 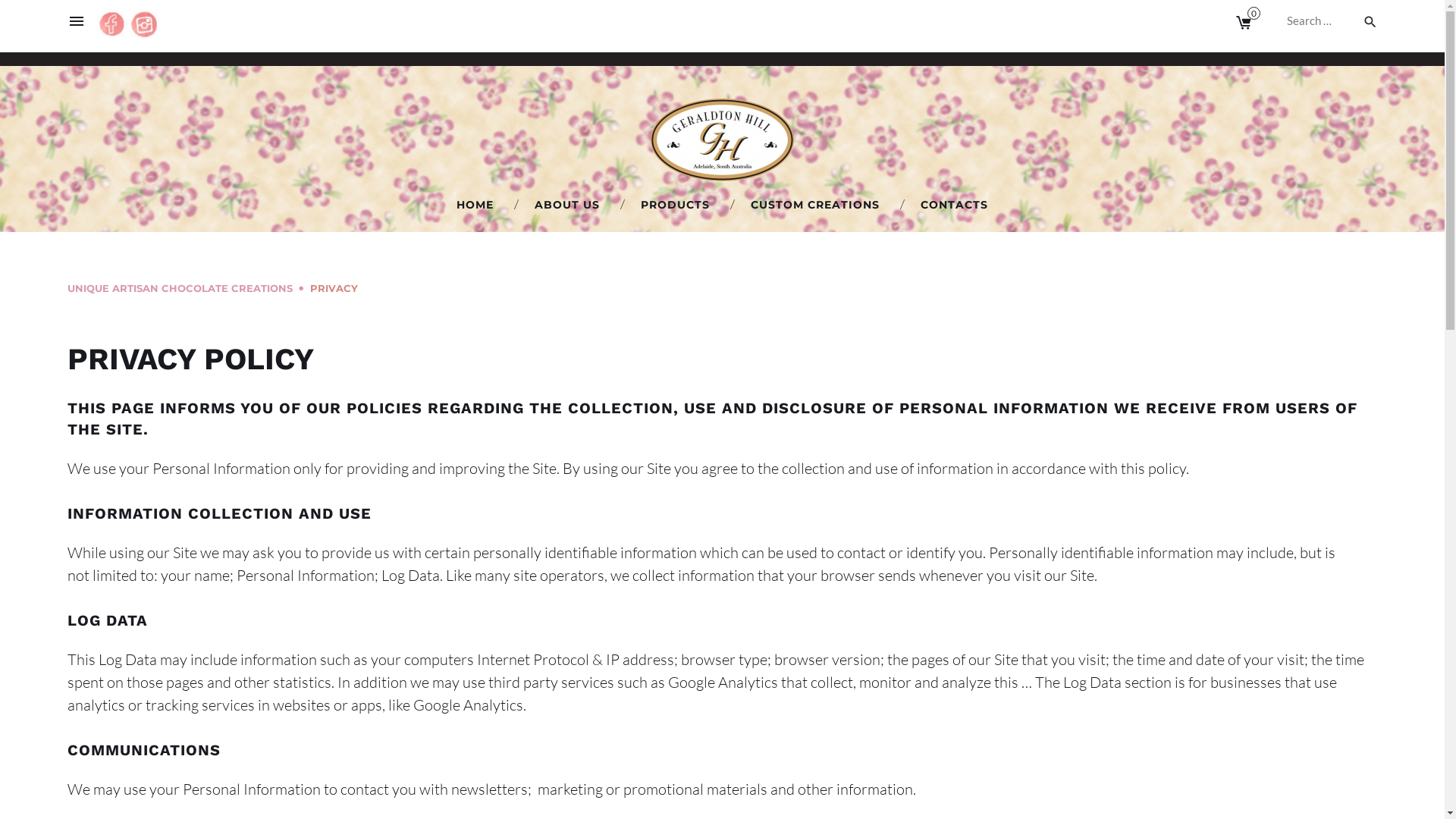 I want to click on 'PRODUCTS', so click(x=674, y=205).